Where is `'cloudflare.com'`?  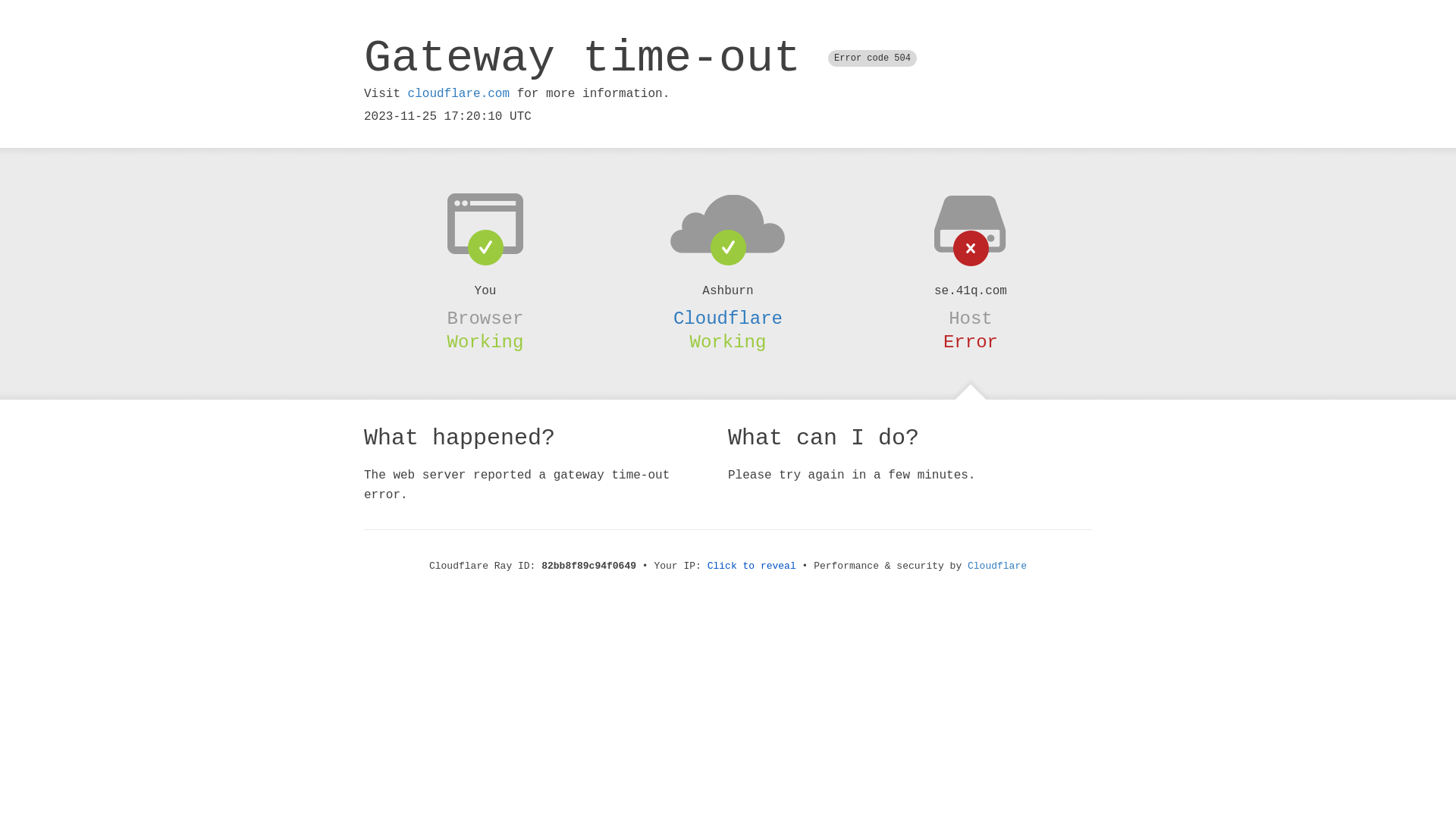
'cloudflare.com' is located at coordinates (407, 93).